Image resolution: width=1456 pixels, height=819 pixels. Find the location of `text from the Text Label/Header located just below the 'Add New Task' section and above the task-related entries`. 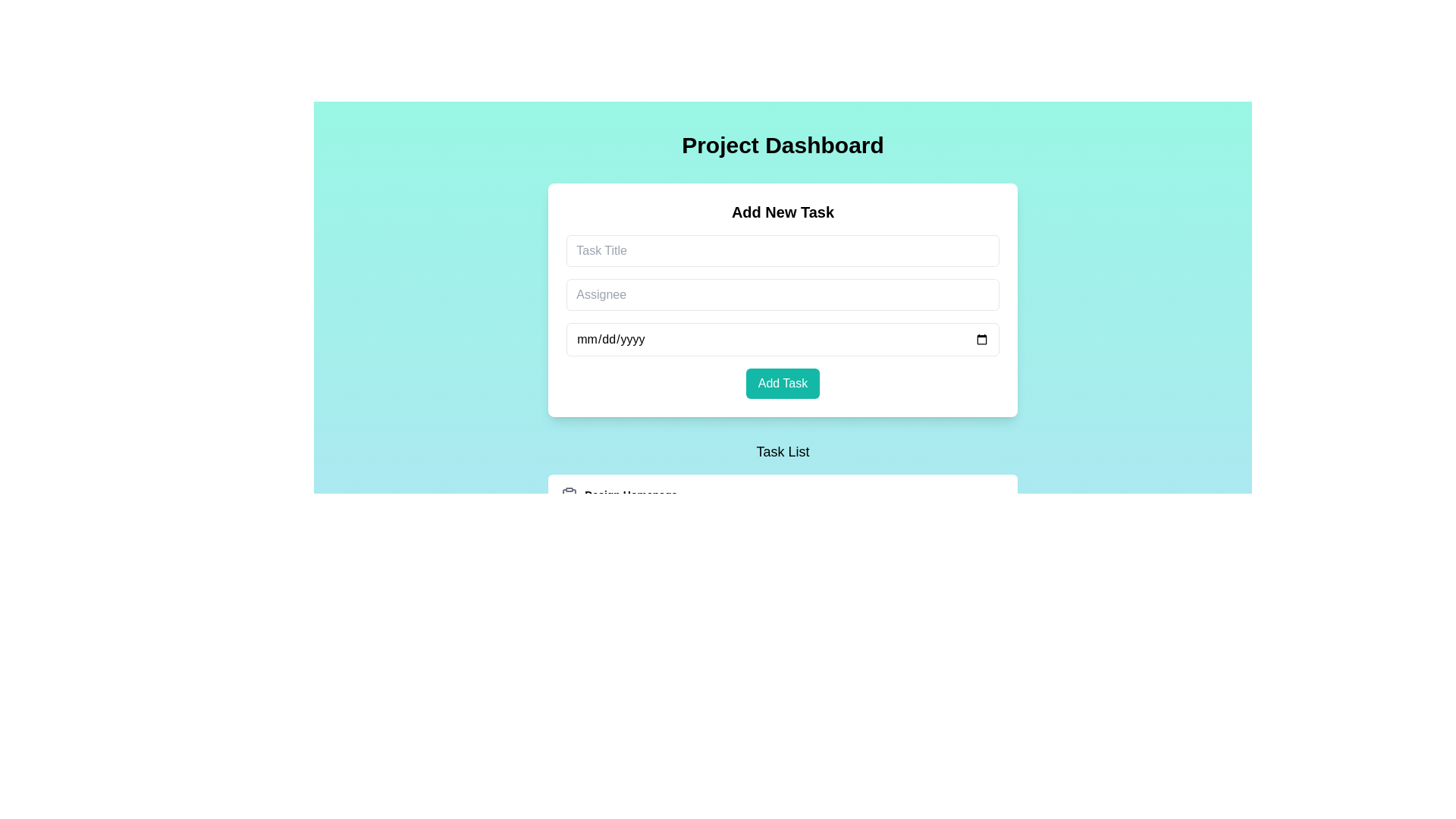

text from the Text Label/Header located just below the 'Add New Task' section and above the task-related entries is located at coordinates (783, 451).